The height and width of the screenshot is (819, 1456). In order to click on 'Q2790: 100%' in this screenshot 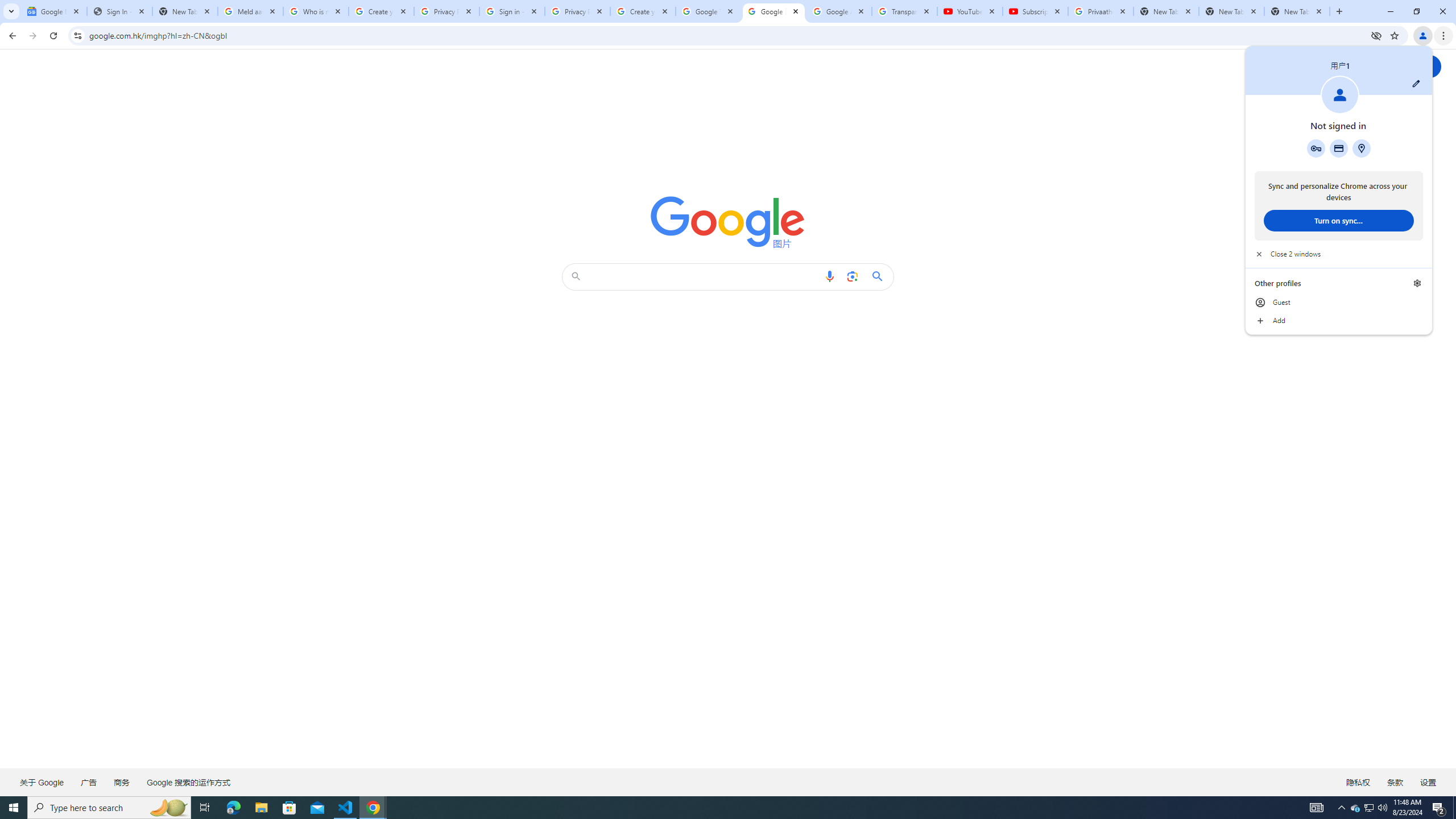, I will do `click(1381, 806)`.